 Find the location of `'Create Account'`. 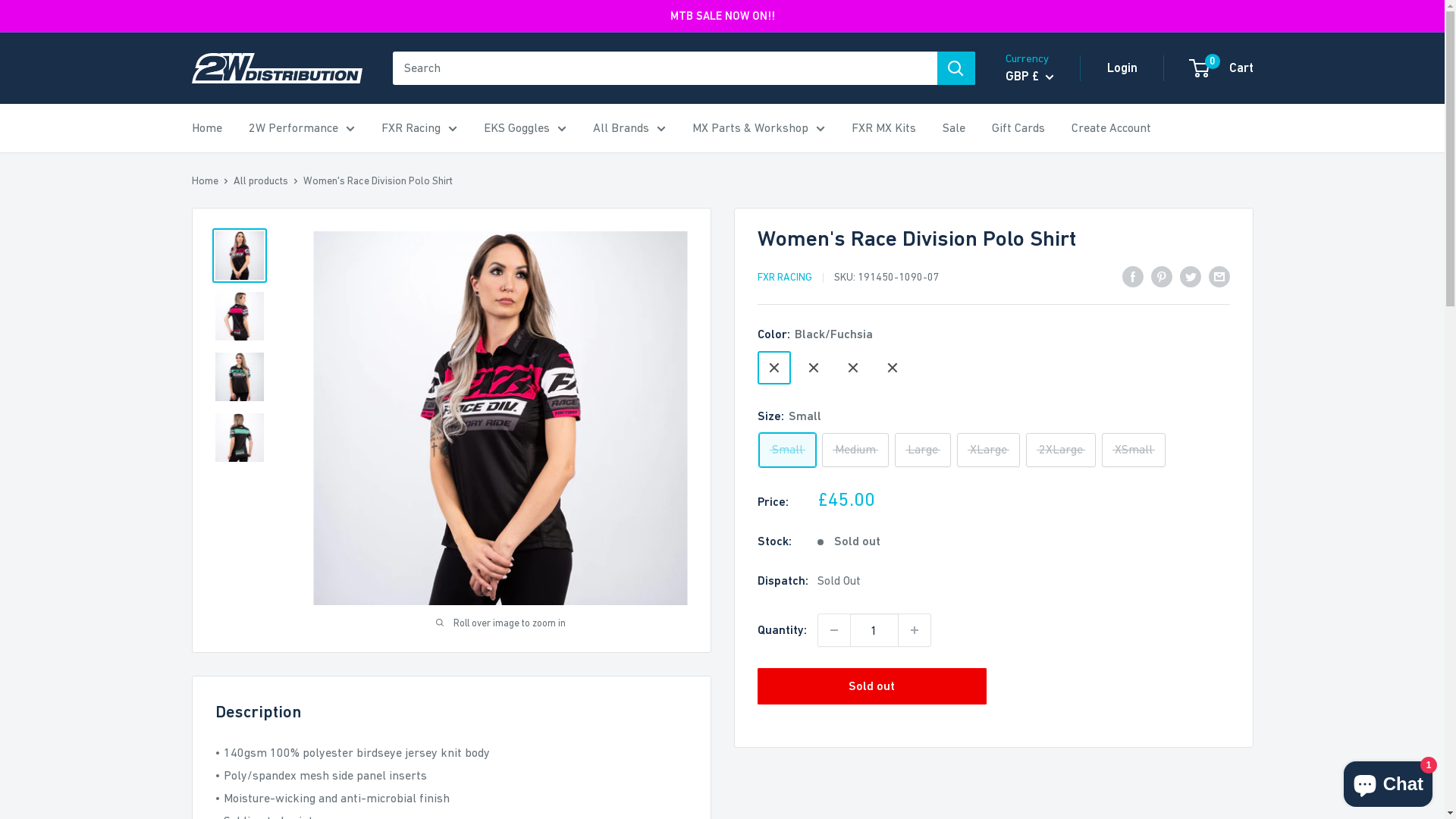

'Create Account' is located at coordinates (1110, 127).